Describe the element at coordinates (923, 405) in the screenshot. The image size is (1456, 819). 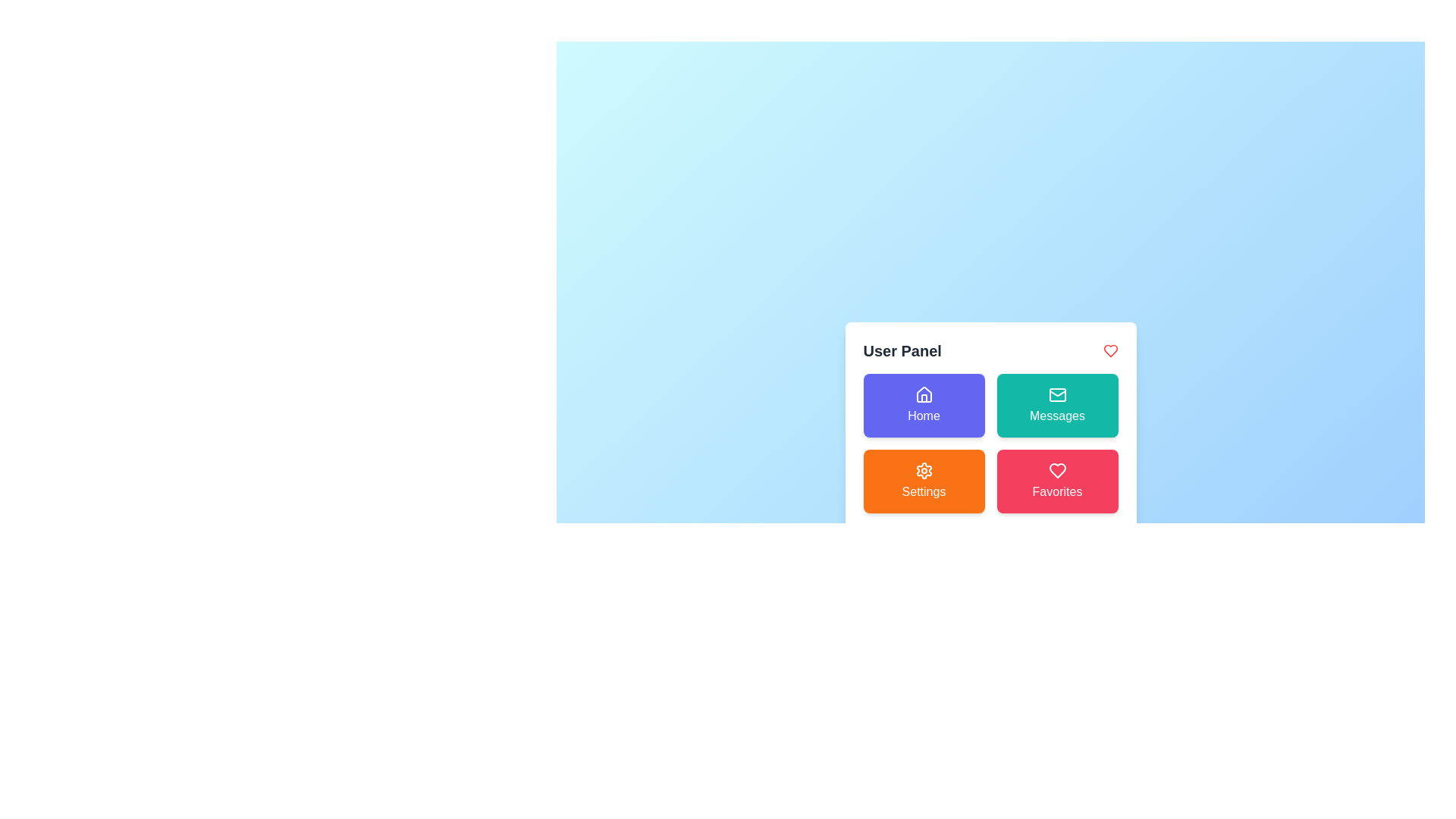
I see `the first button in the 'User Panel' grid located at the top-left corner` at that location.